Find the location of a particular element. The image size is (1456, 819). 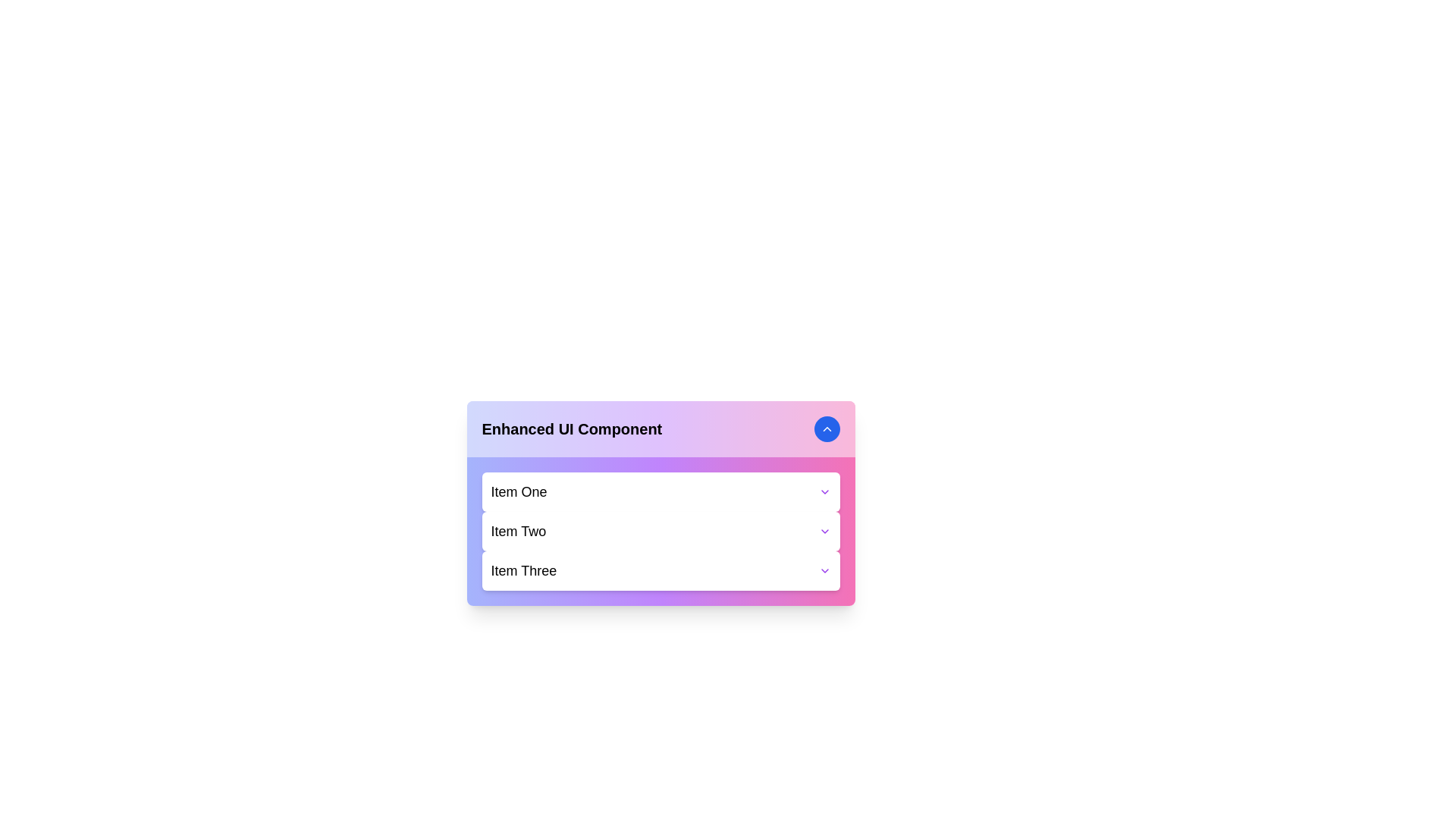

the first list item with dropdown functionality, which is styled with a white background and rounded corners, to provide visual feedback is located at coordinates (661, 491).